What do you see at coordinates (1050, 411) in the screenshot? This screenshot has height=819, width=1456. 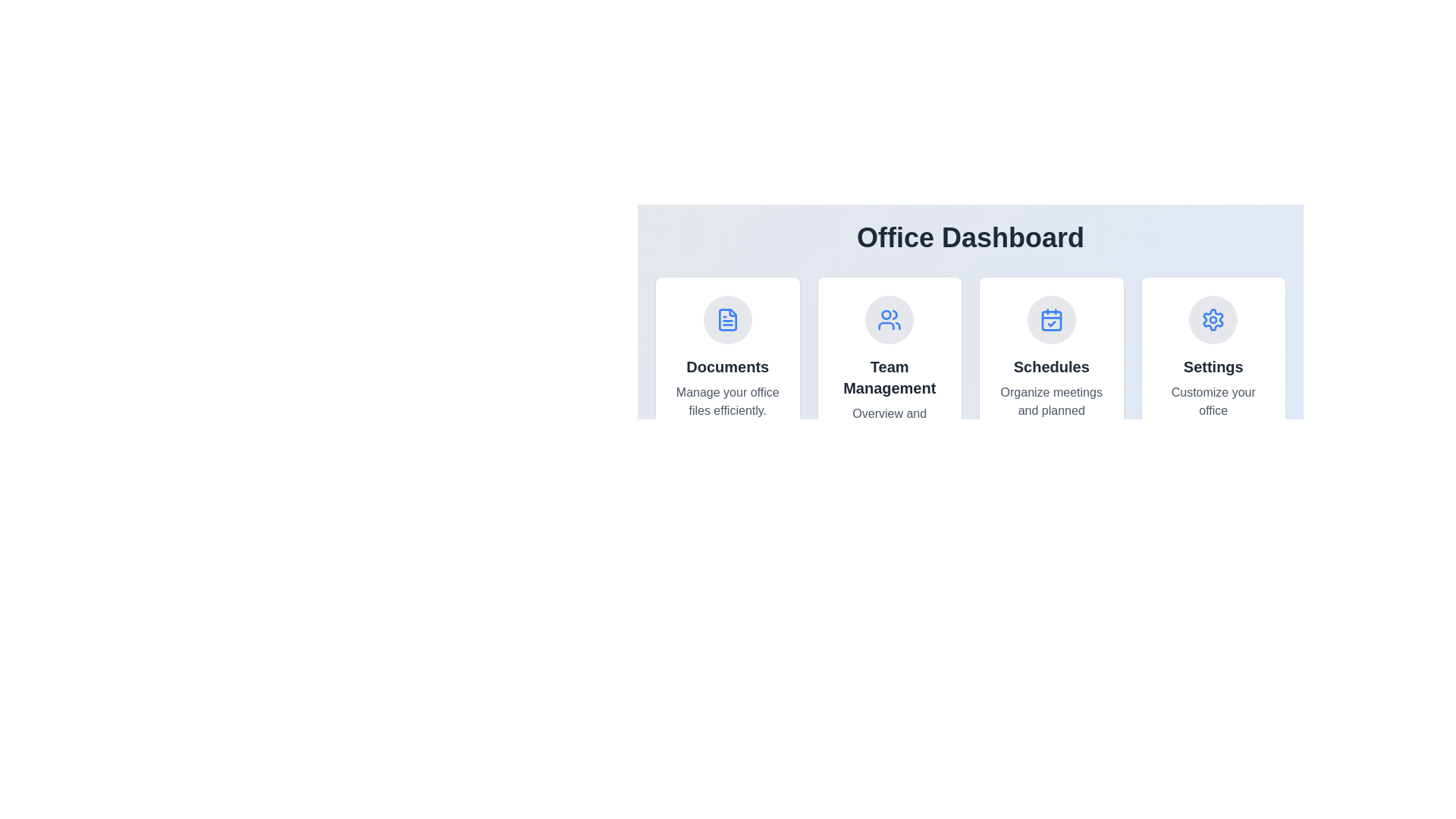 I see `the text label providing additional information about the 'Schedules' option, located below the title 'Schedules' within the third card from the left in the grid layout` at bounding box center [1050, 411].